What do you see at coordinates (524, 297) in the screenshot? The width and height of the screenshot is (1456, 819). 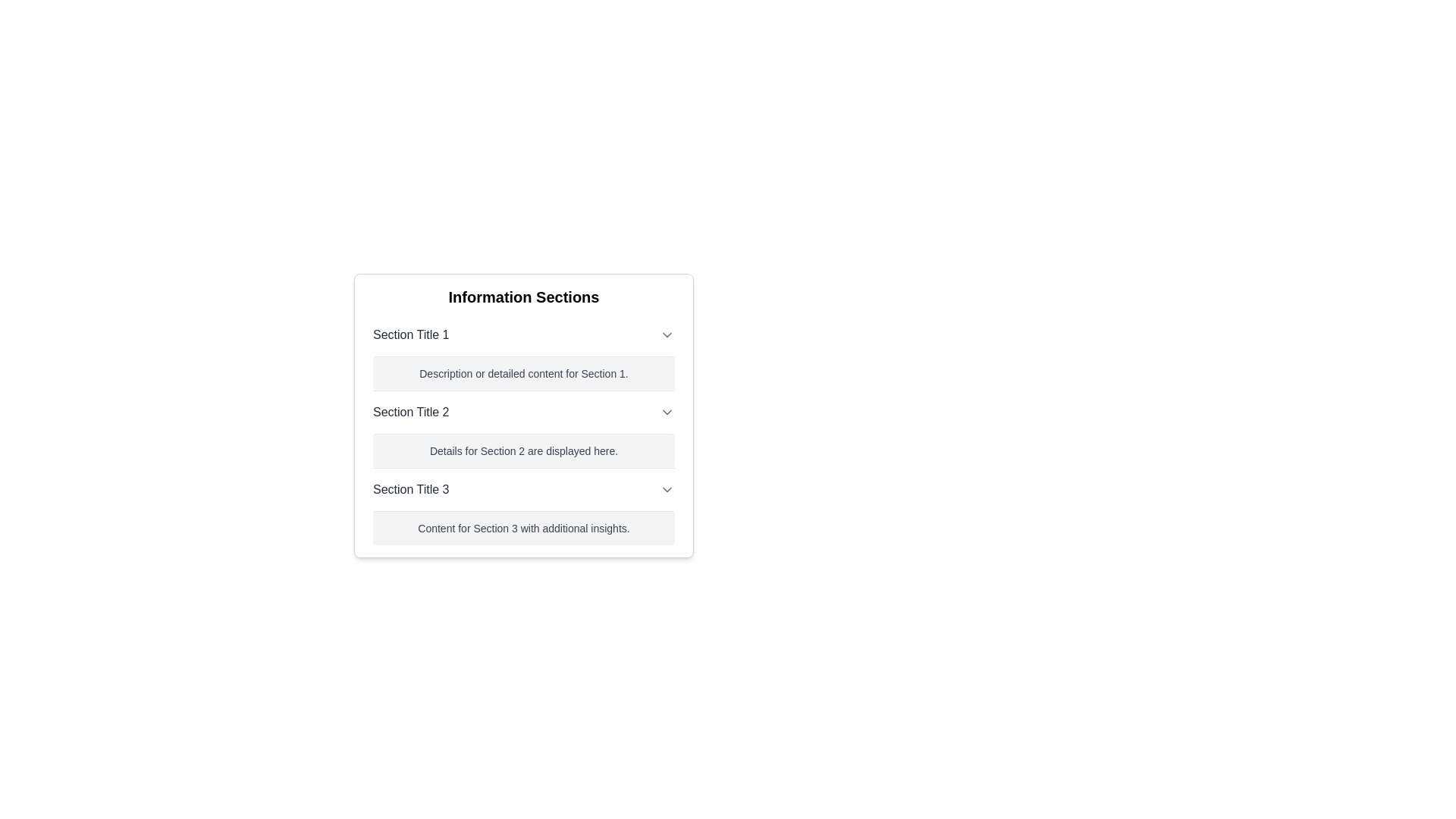 I see `text heading that says 'Information Sections', which is styled in bold font and located at the top-center of the layout` at bounding box center [524, 297].